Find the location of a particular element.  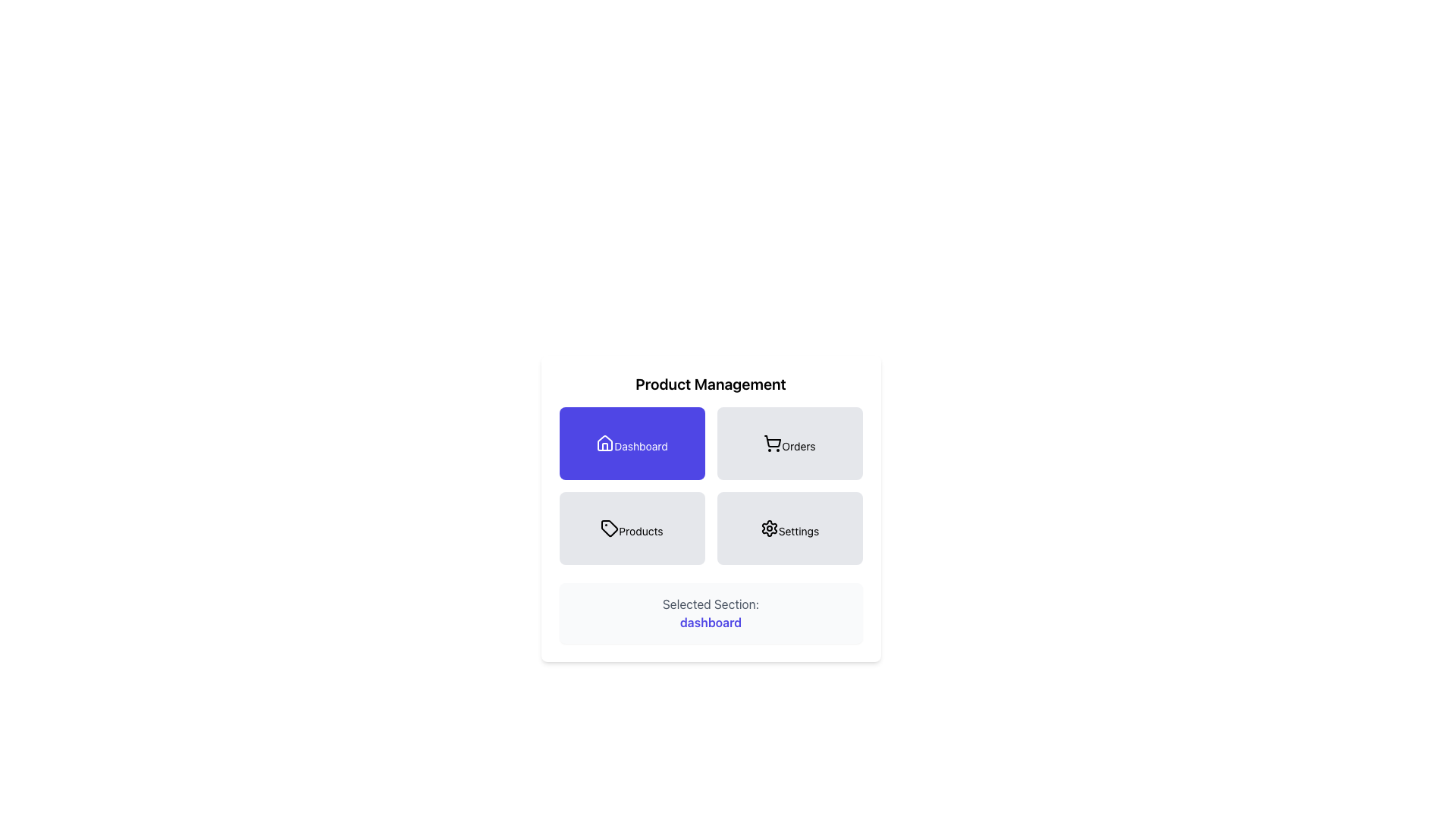

the 'Orders' section label located within the second button of the top row in a 2x2 grid layout is located at coordinates (798, 446).